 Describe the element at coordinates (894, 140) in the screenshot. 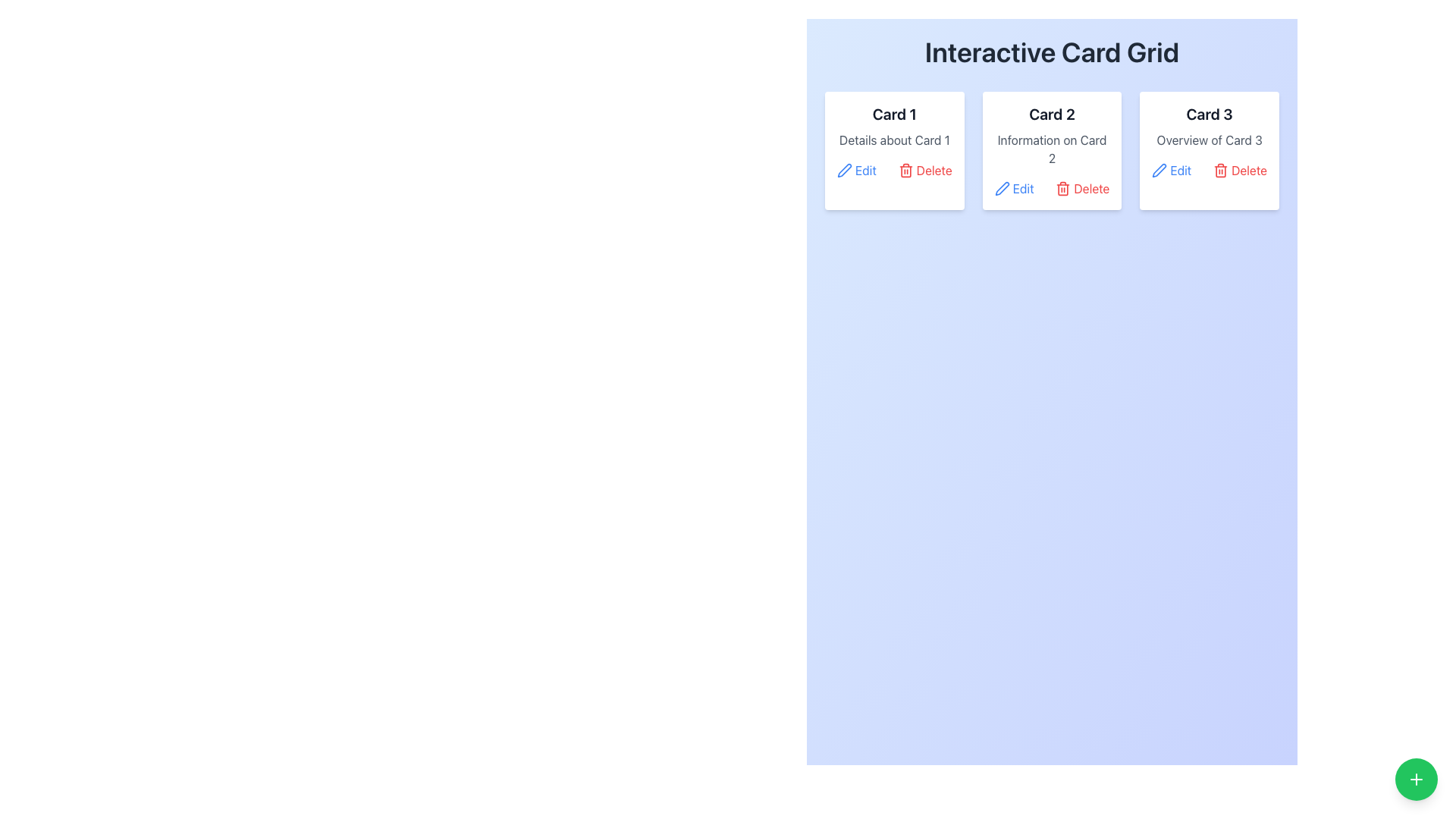

I see `the text label displaying 'Details about Card 1', which is styled in muted gray and positioned below the main title of 'Card 1'` at that location.